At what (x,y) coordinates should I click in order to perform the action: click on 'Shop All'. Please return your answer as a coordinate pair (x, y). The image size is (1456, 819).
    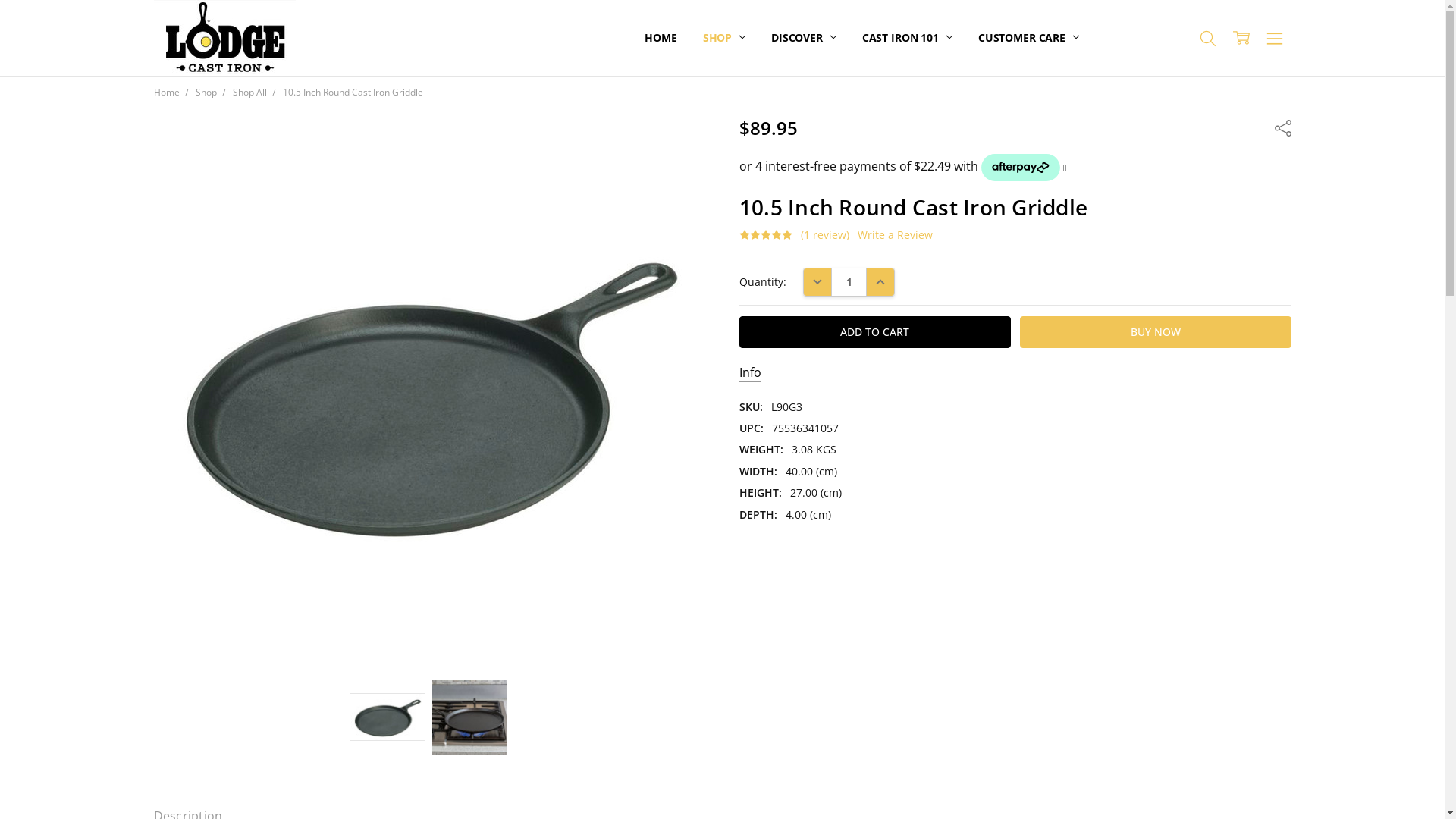
    Looking at the image, I should click on (249, 92).